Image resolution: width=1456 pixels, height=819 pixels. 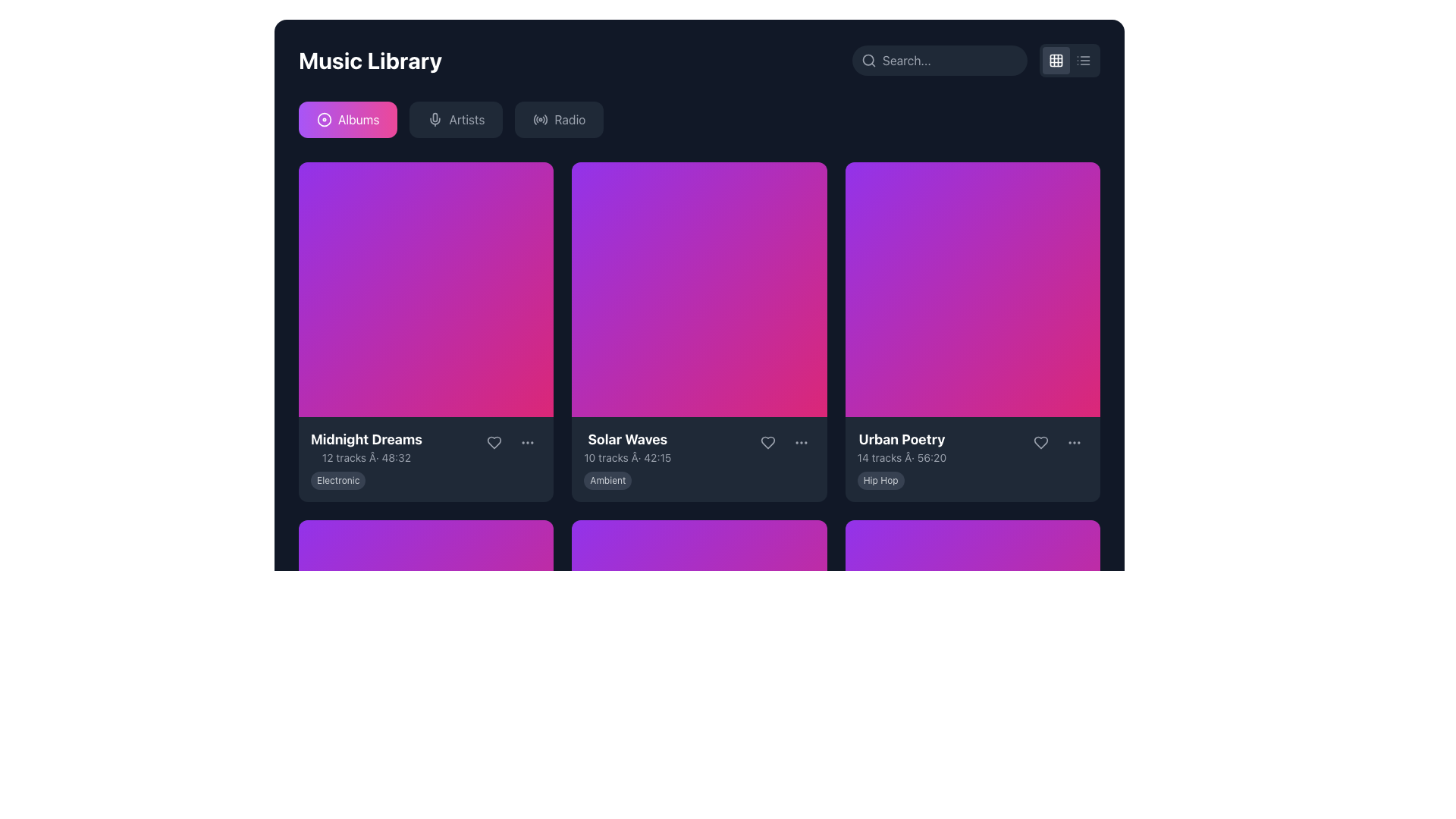 I want to click on the 'Albums' button, which is a rectangular button with a gradient background from purple to pink, containing a disc icon and white text, so click(x=347, y=119).